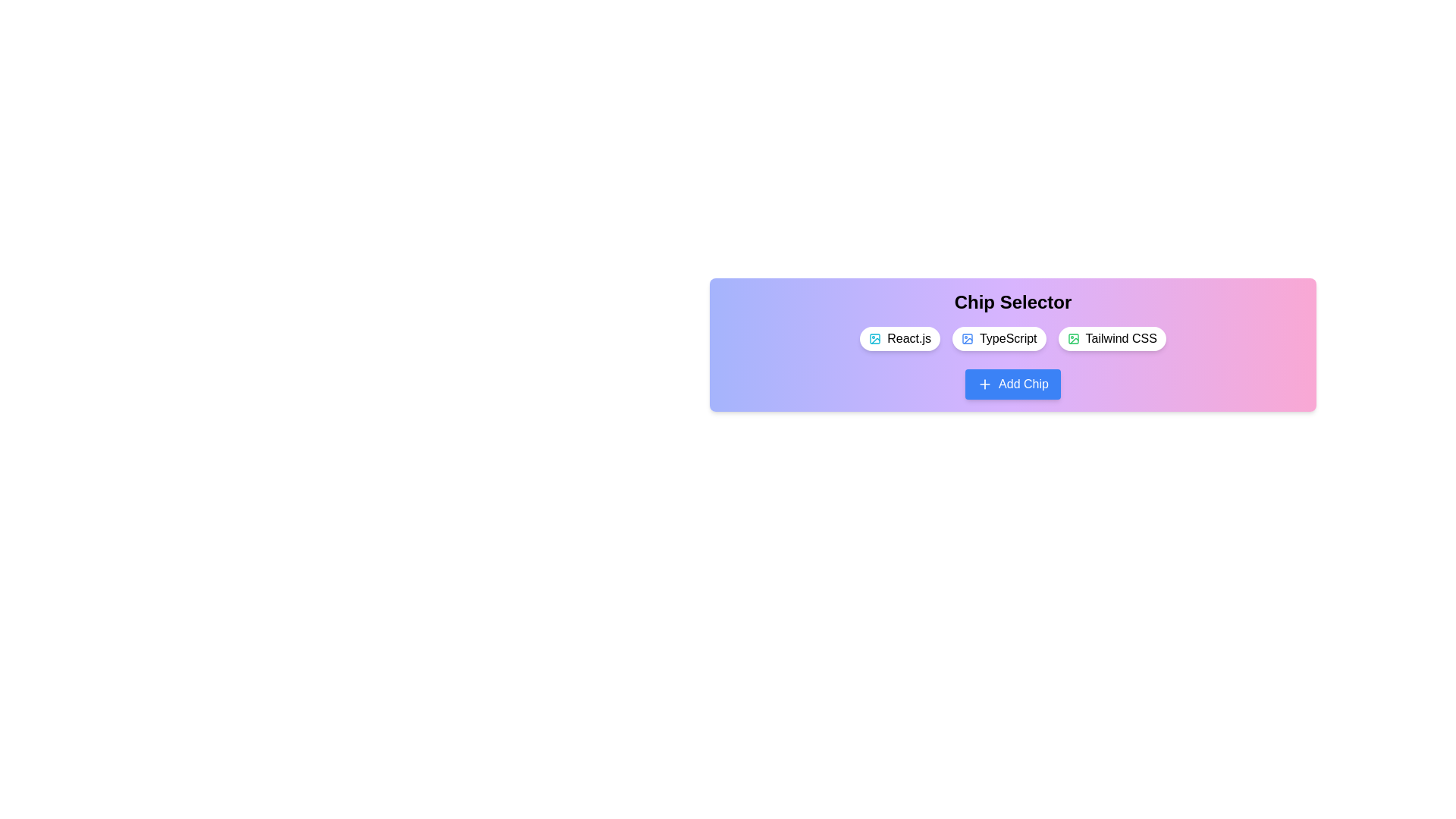 The height and width of the screenshot is (819, 1456). I want to click on the leftmost text-based selectable chip, so click(909, 338).